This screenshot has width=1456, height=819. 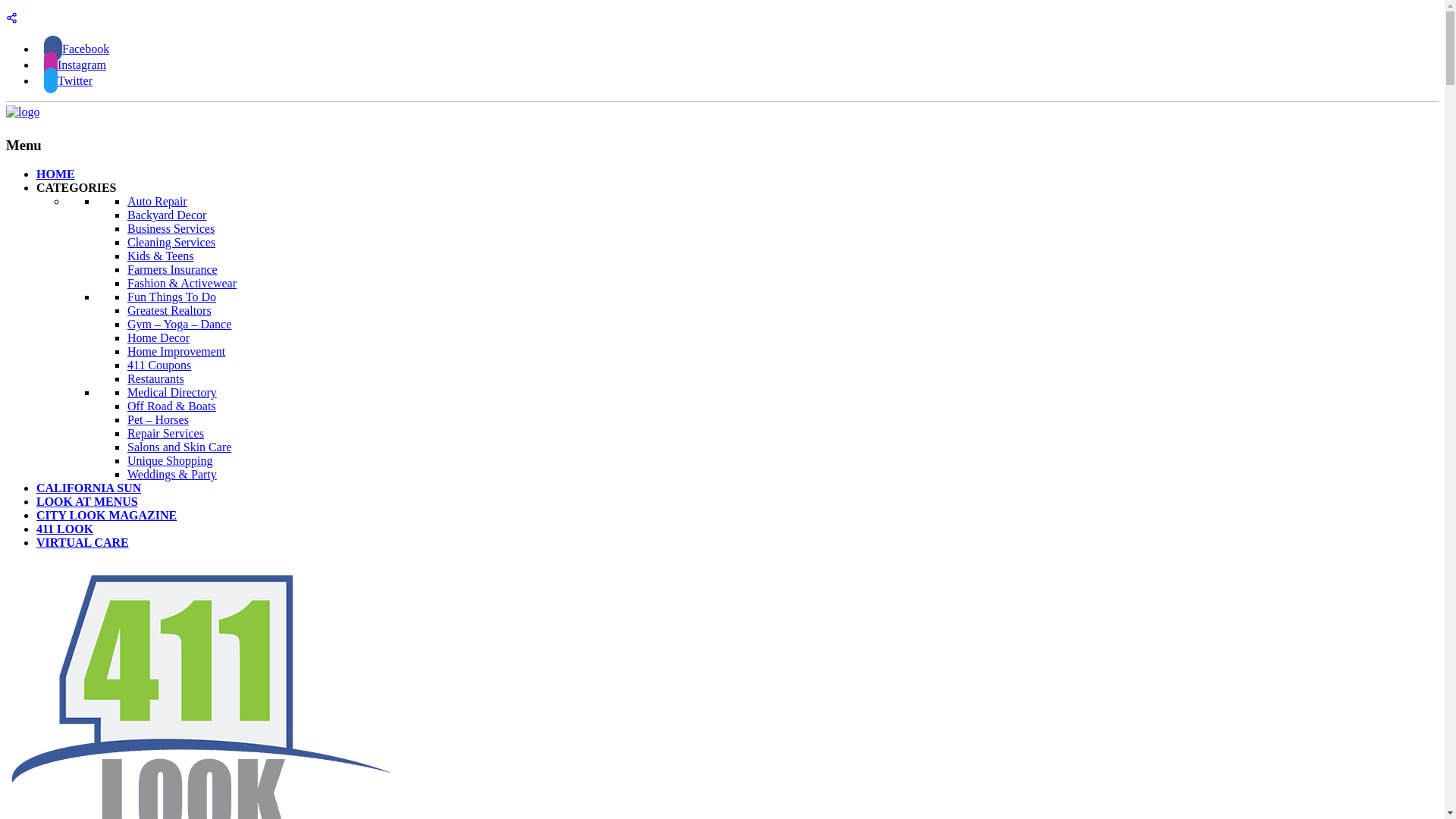 I want to click on 'Weddings & Party', so click(x=171, y=473).